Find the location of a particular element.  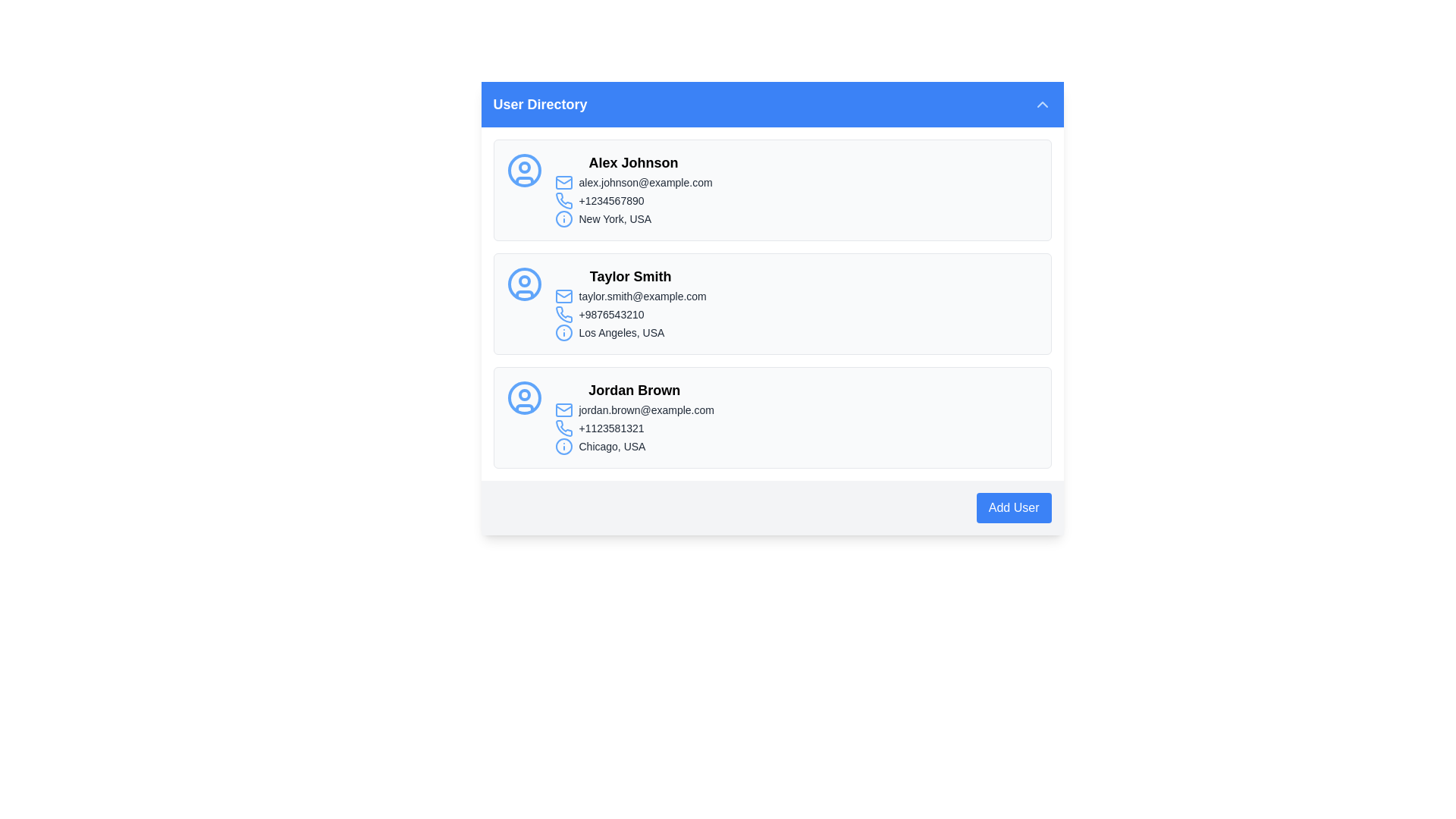

contact details from the first Contact Information Block located beneath the 'User Directory' title in the user directory interface is located at coordinates (633, 189).